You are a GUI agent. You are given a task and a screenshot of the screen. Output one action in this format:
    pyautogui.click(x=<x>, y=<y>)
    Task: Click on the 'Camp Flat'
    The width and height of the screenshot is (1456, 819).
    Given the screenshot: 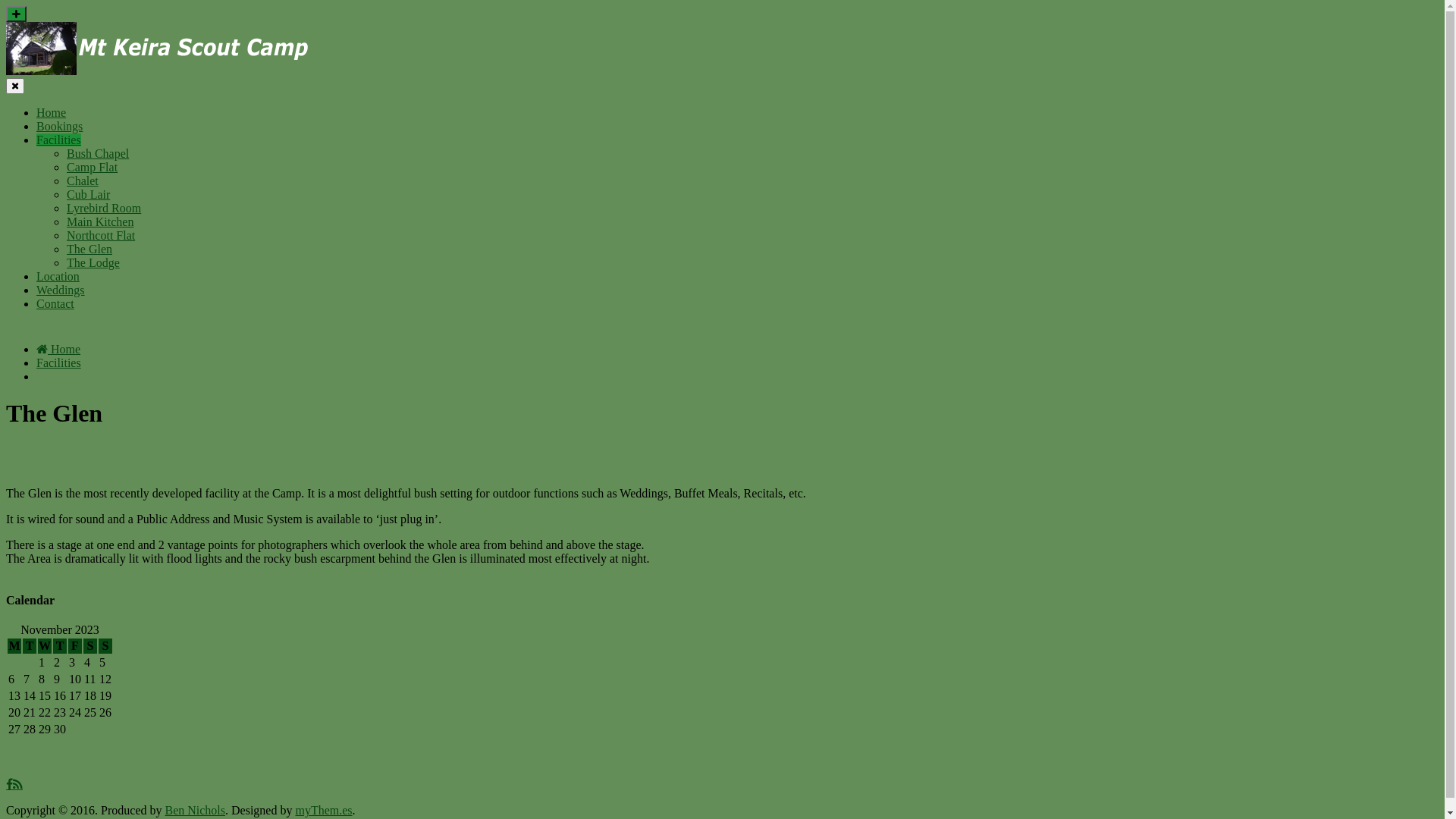 What is the action you would take?
    pyautogui.click(x=91, y=167)
    